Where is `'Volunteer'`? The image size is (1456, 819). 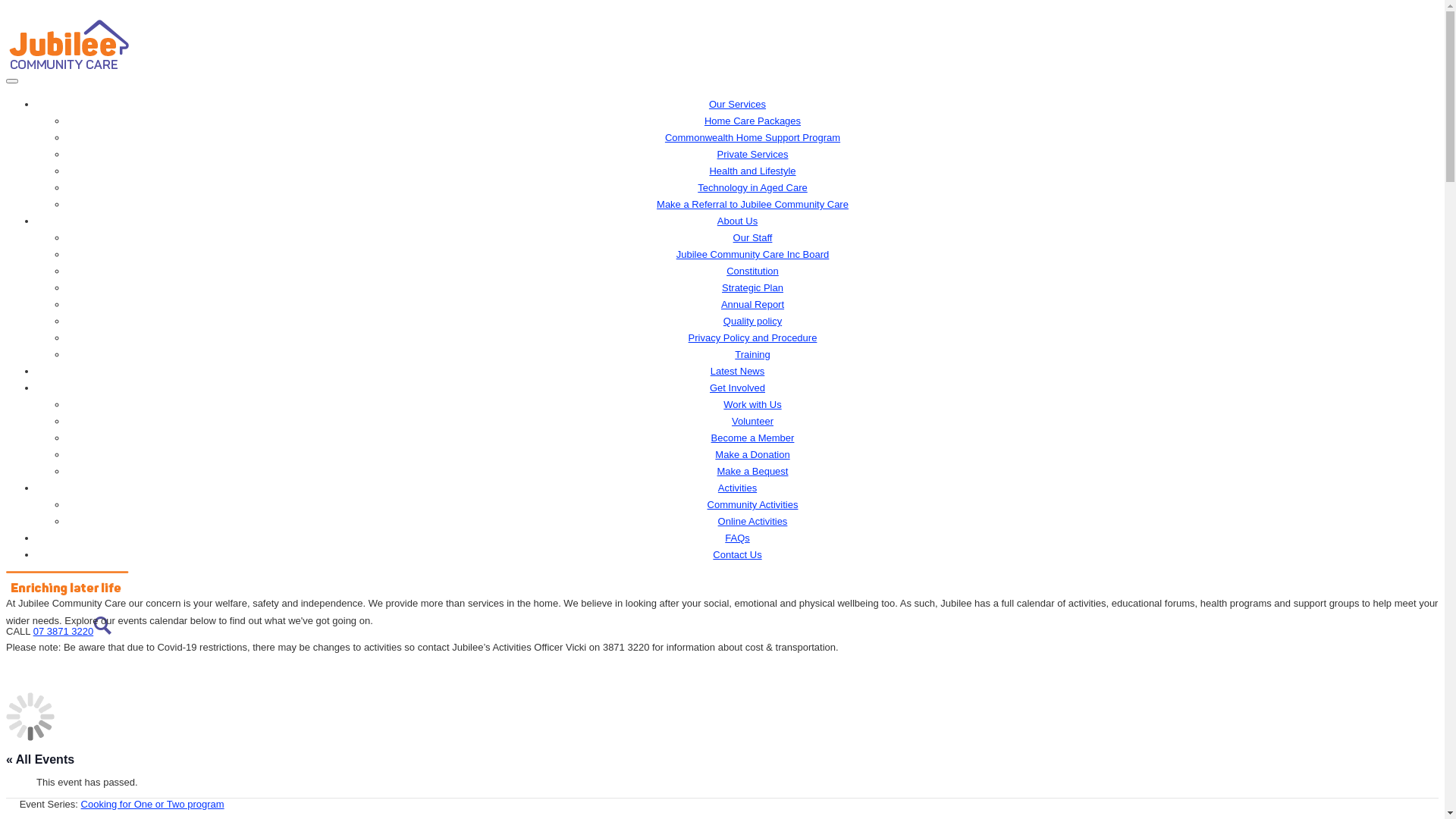
'Volunteer' is located at coordinates (726, 421).